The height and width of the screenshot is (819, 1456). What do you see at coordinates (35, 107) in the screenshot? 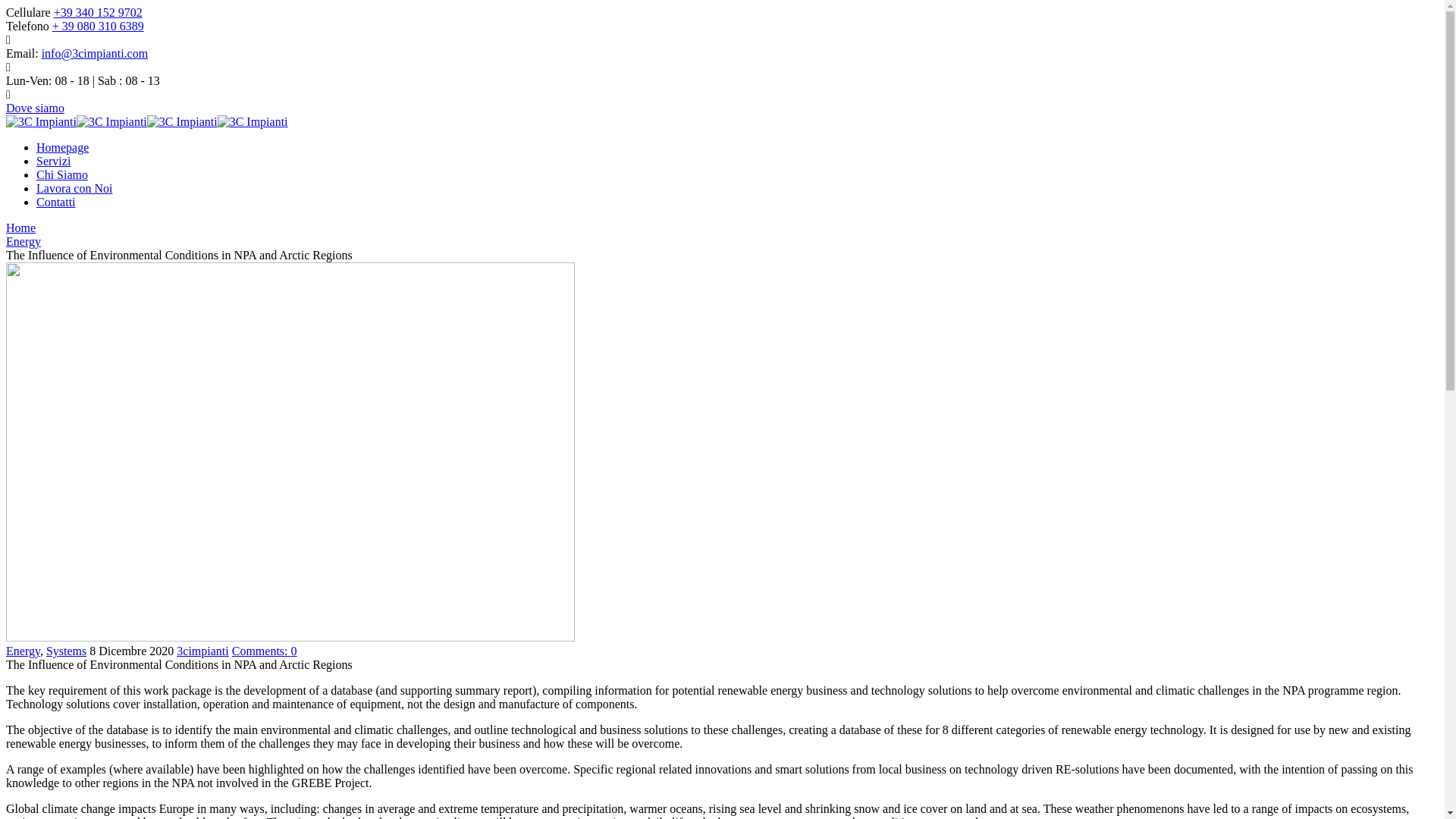
I see `'Dove siamo'` at bounding box center [35, 107].